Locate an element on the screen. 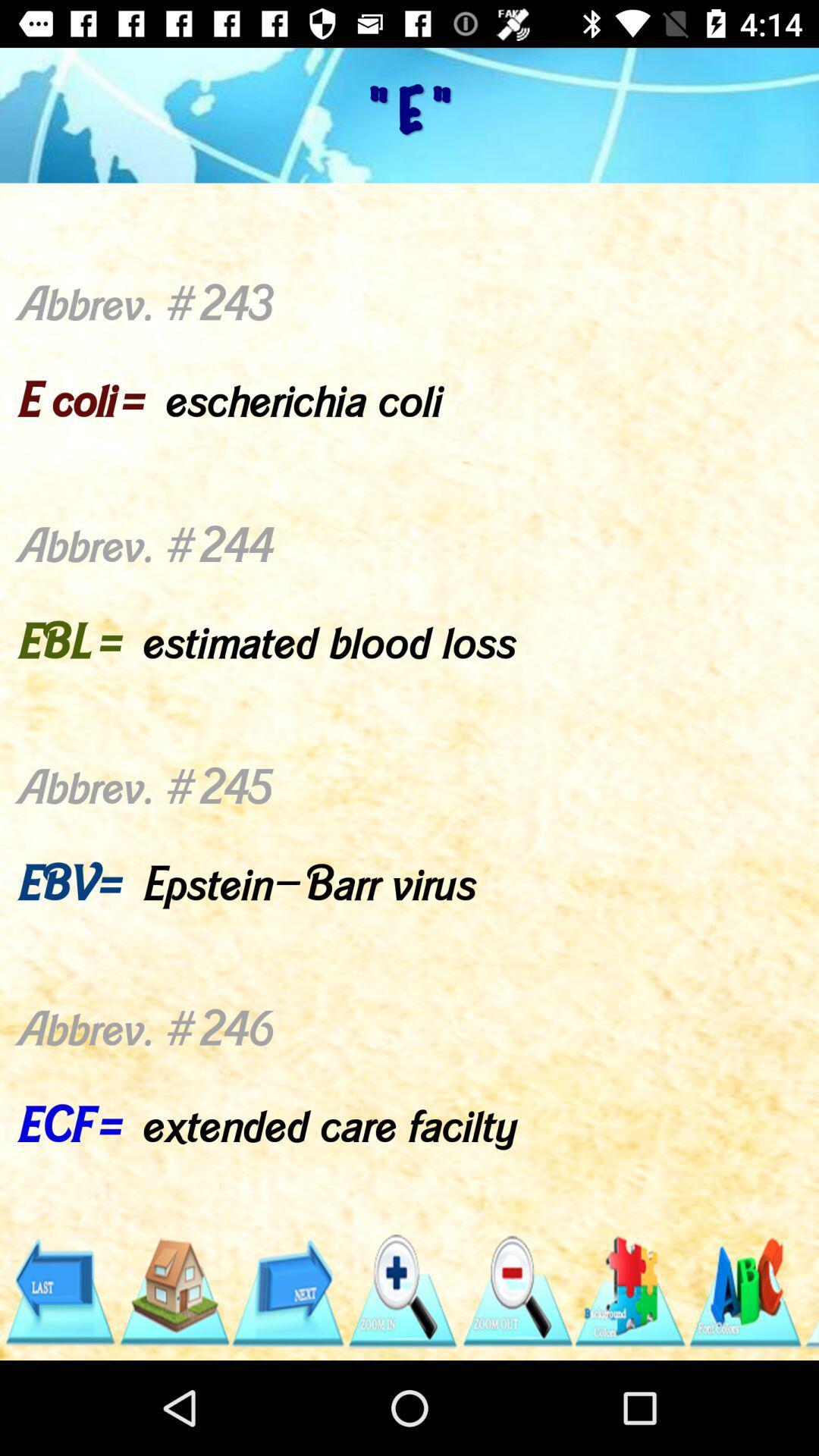 The height and width of the screenshot is (1456, 819). go home is located at coordinates (173, 1291).